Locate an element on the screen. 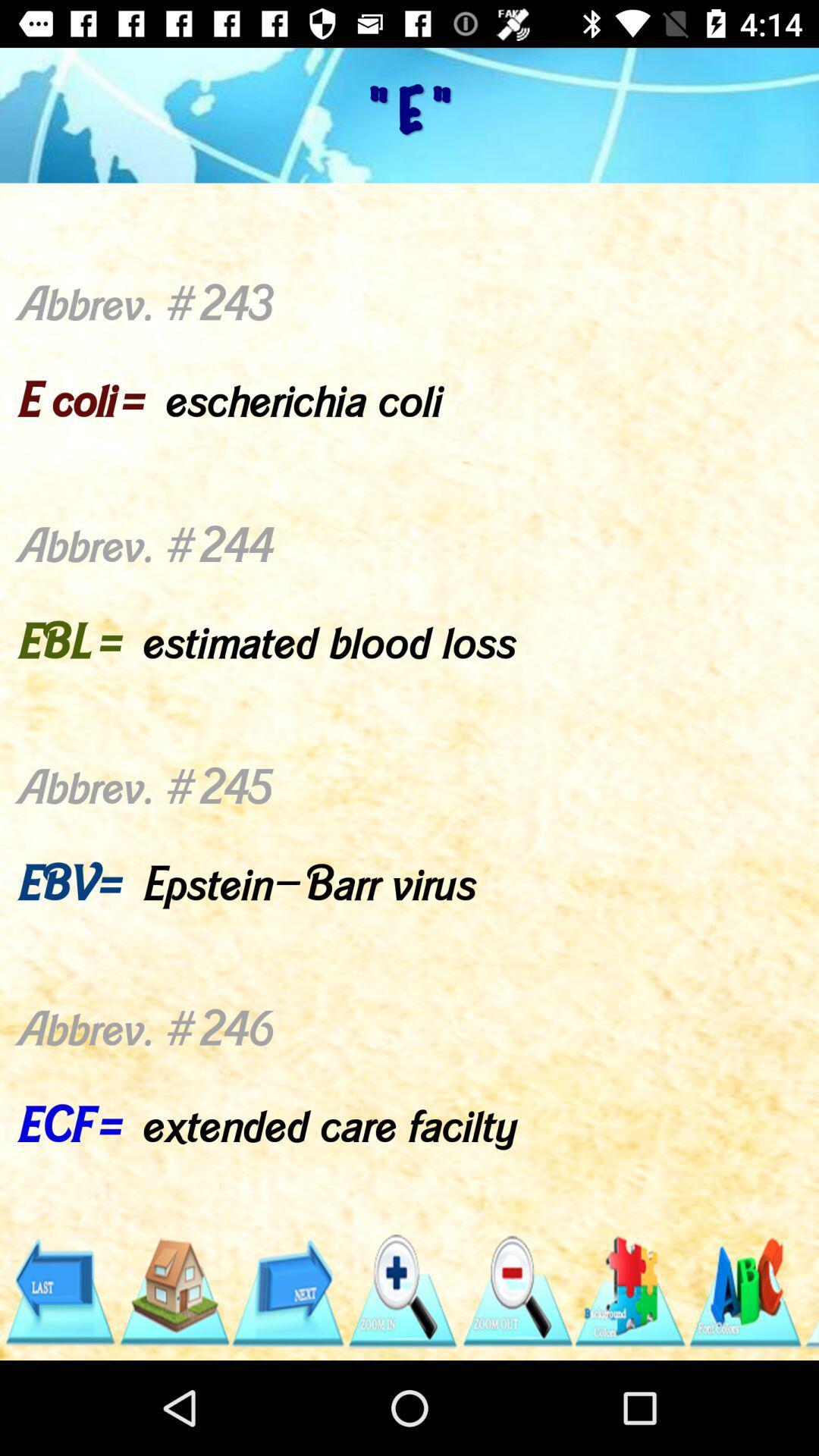 The height and width of the screenshot is (1456, 819). go home is located at coordinates (173, 1291).